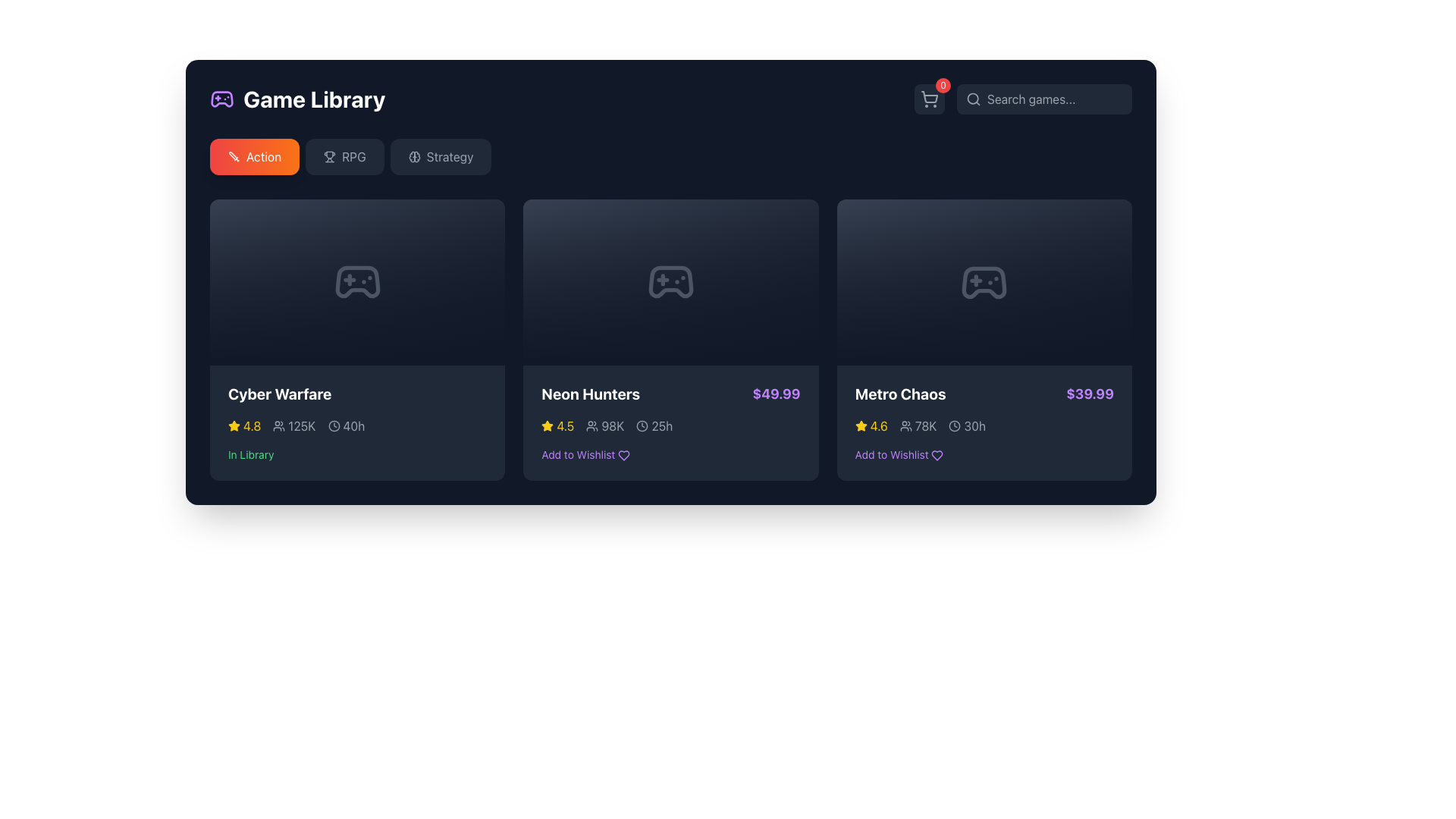  Describe the element at coordinates (613, 426) in the screenshot. I see `the static text displaying '98K', which is styled in light gray and positioned to the right of a small people icon` at that location.